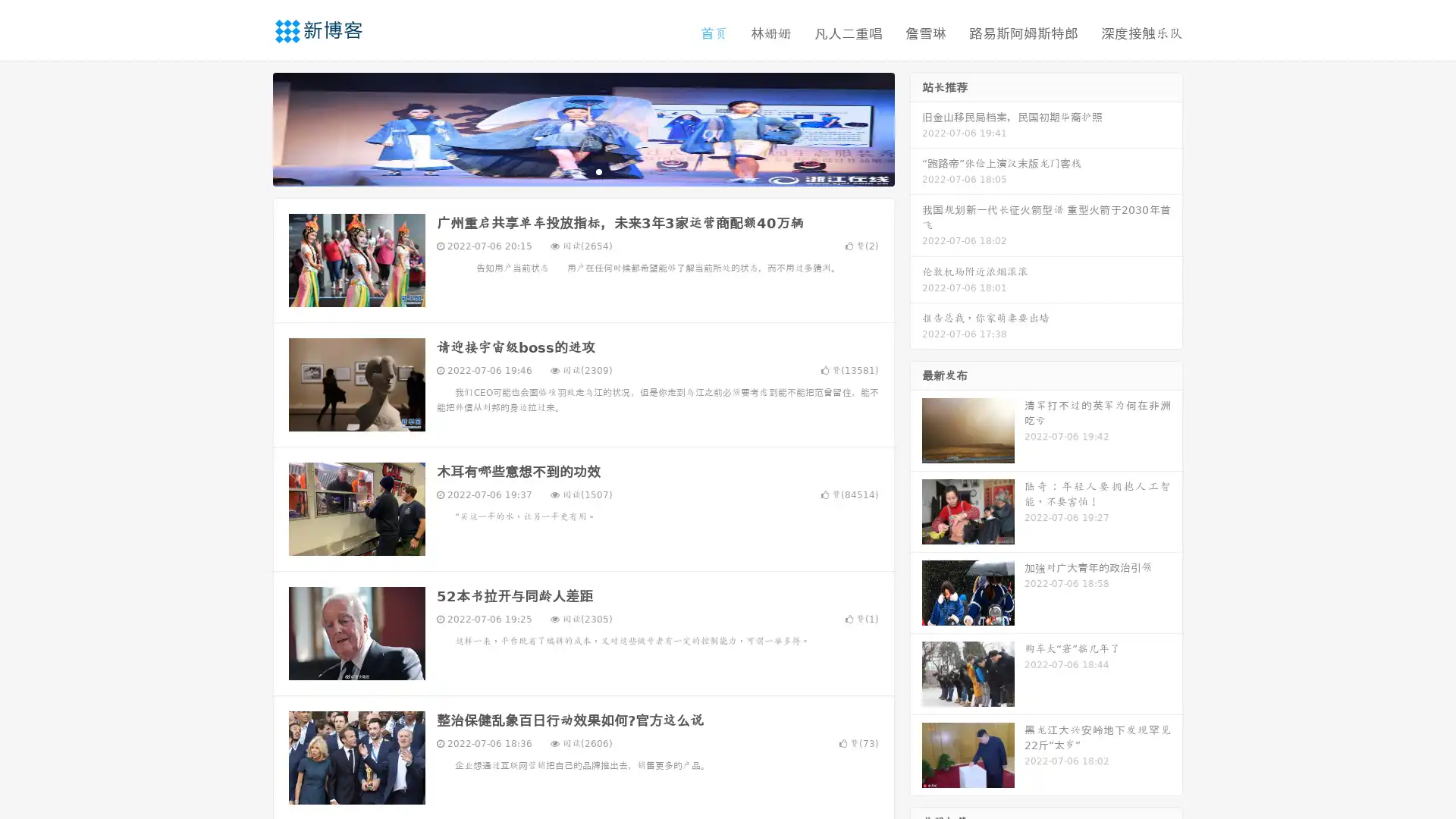 Image resolution: width=1456 pixels, height=819 pixels. Describe the element at coordinates (916, 127) in the screenshot. I see `Next slide` at that location.